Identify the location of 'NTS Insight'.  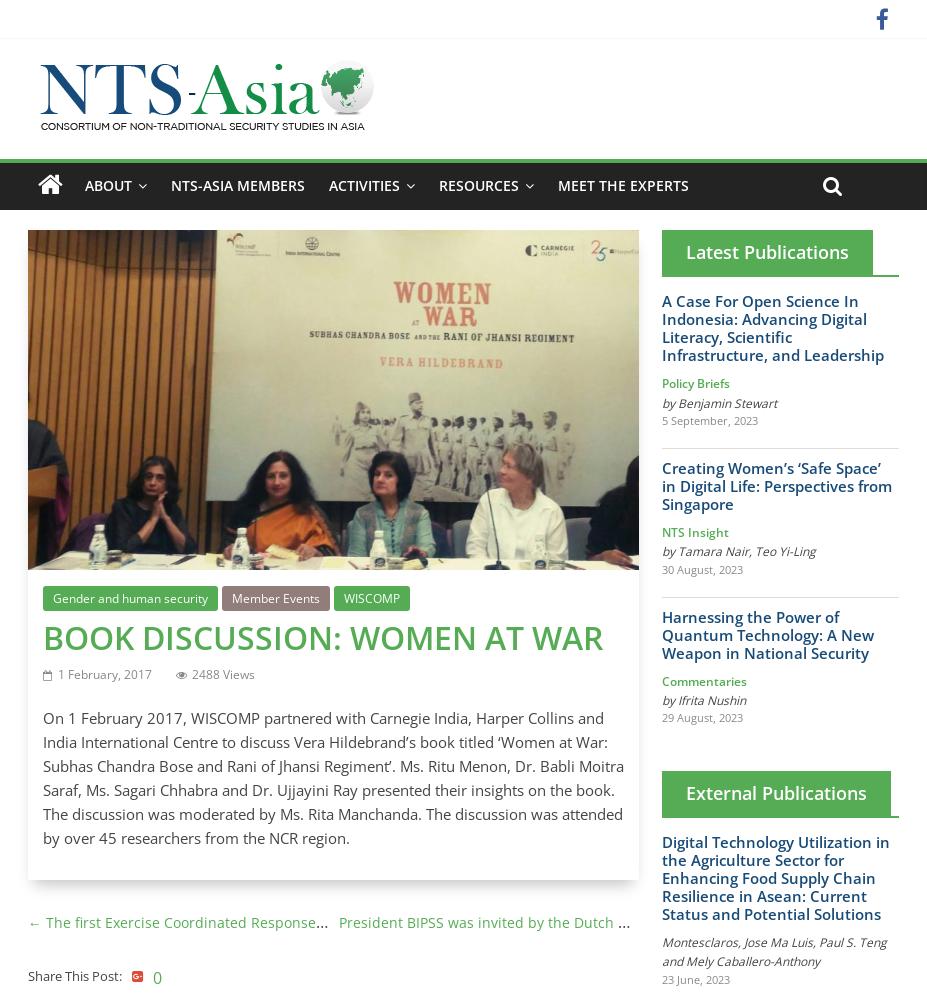
(660, 532).